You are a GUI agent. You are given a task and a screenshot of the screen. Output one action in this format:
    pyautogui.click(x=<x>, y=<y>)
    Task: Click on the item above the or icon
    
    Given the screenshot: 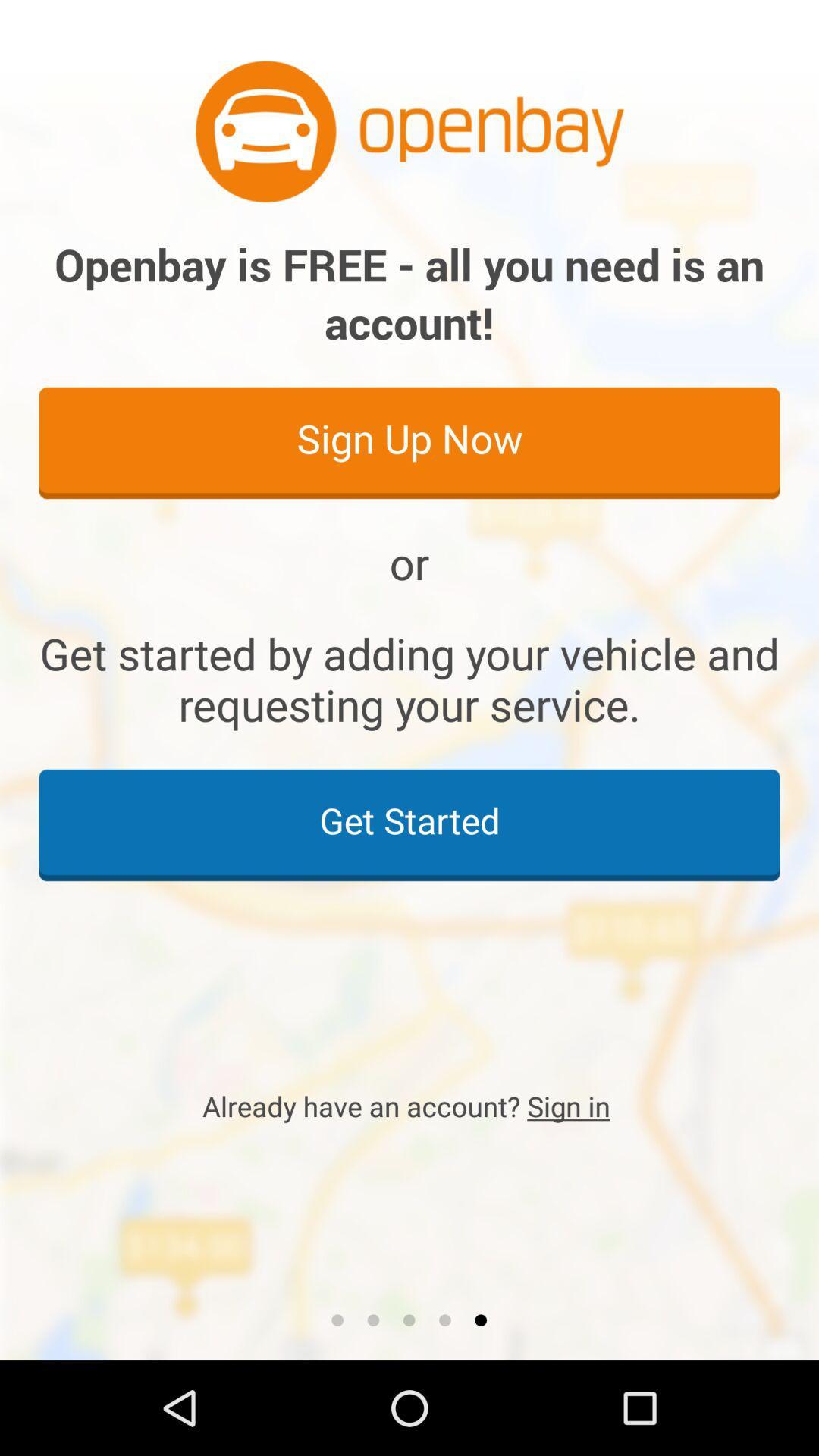 What is the action you would take?
    pyautogui.click(x=409, y=441)
    